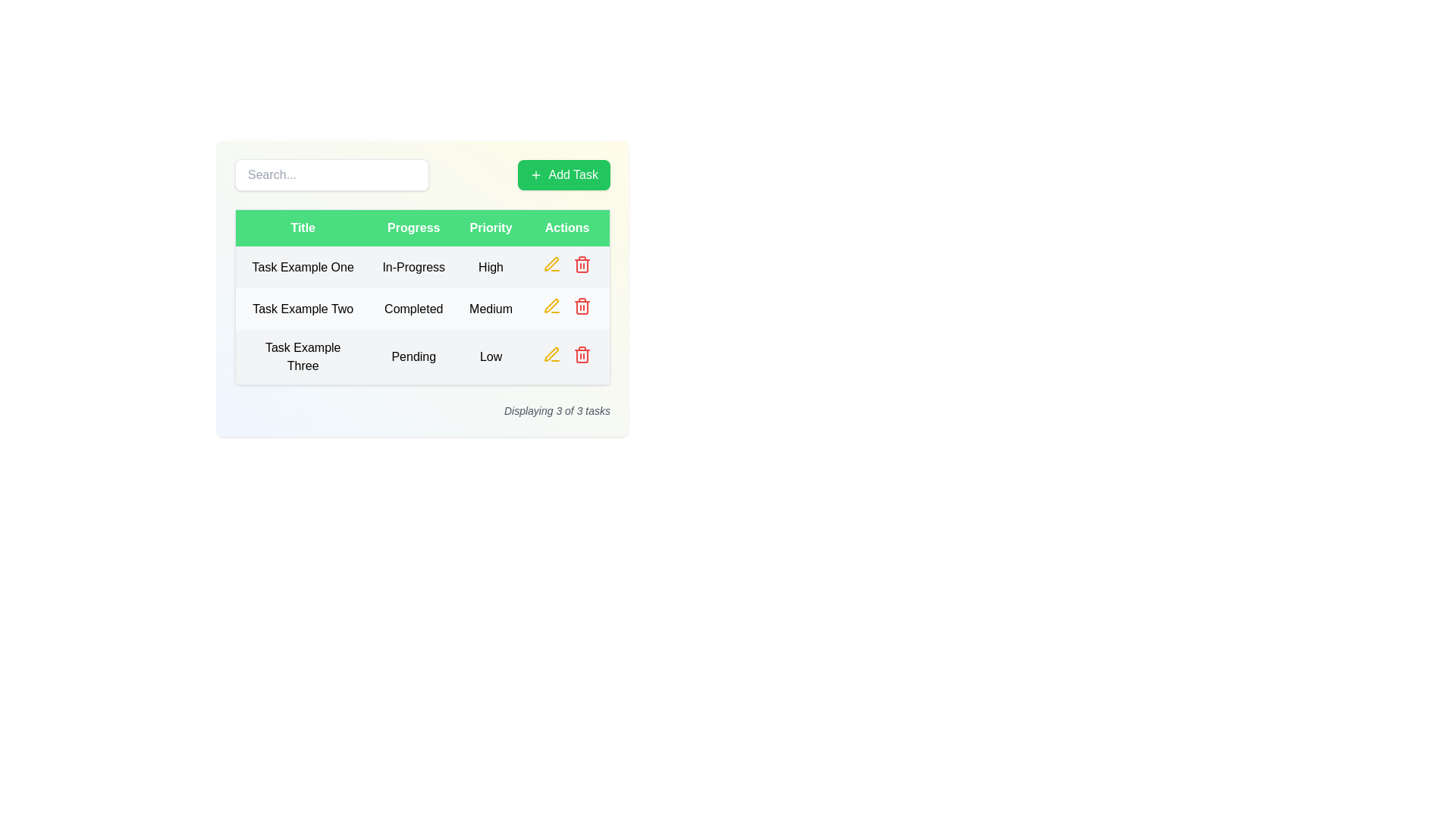 Image resolution: width=1456 pixels, height=819 pixels. What do you see at coordinates (491, 308) in the screenshot?
I see `the Text label that displays the priority status of a task located in the third column of the second row of the table, positioned to the right of the 'Completed' label and above the 'Low' label` at bounding box center [491, 308].